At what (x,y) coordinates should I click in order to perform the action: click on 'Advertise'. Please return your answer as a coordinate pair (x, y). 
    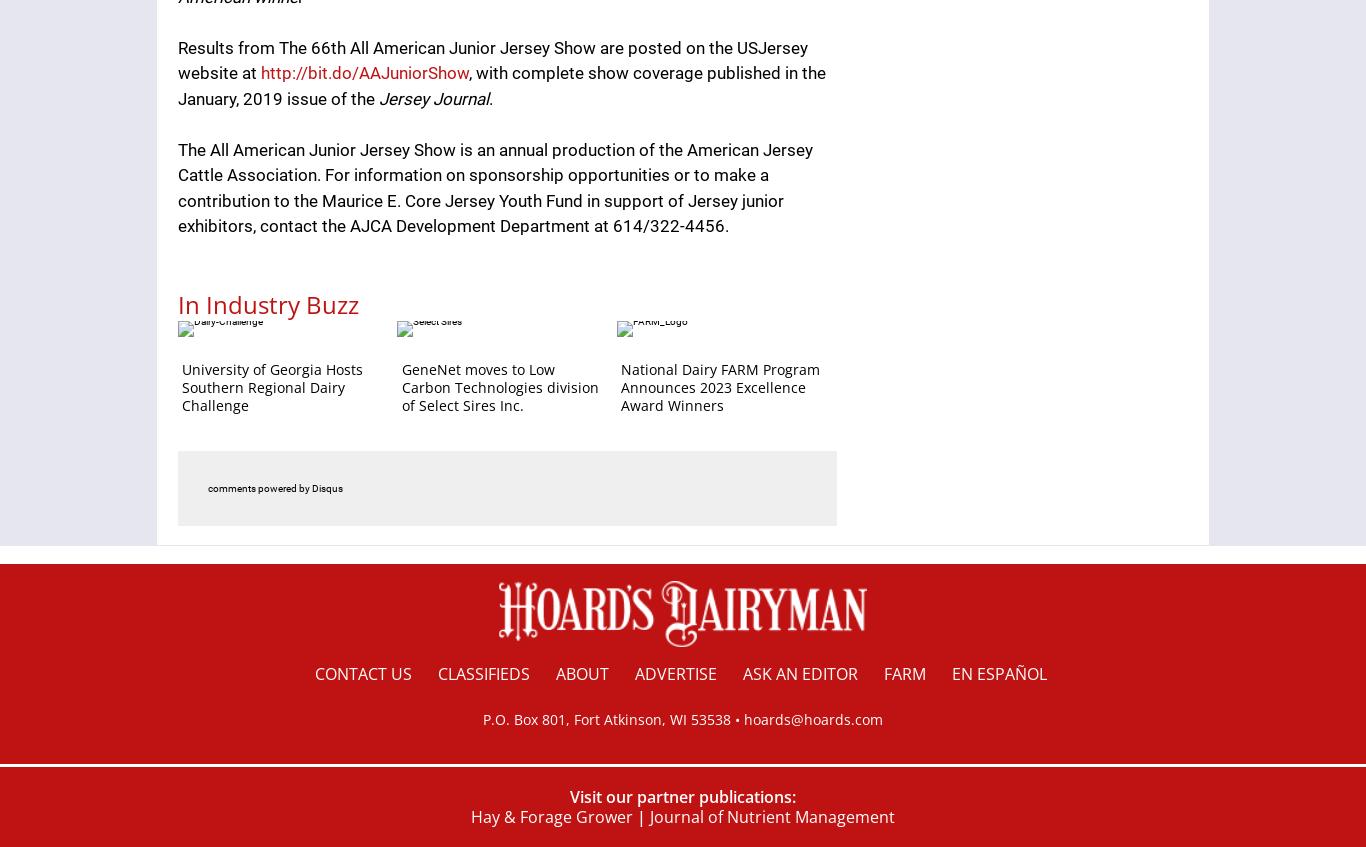
    Looking at the image, I should click on (675, 673).